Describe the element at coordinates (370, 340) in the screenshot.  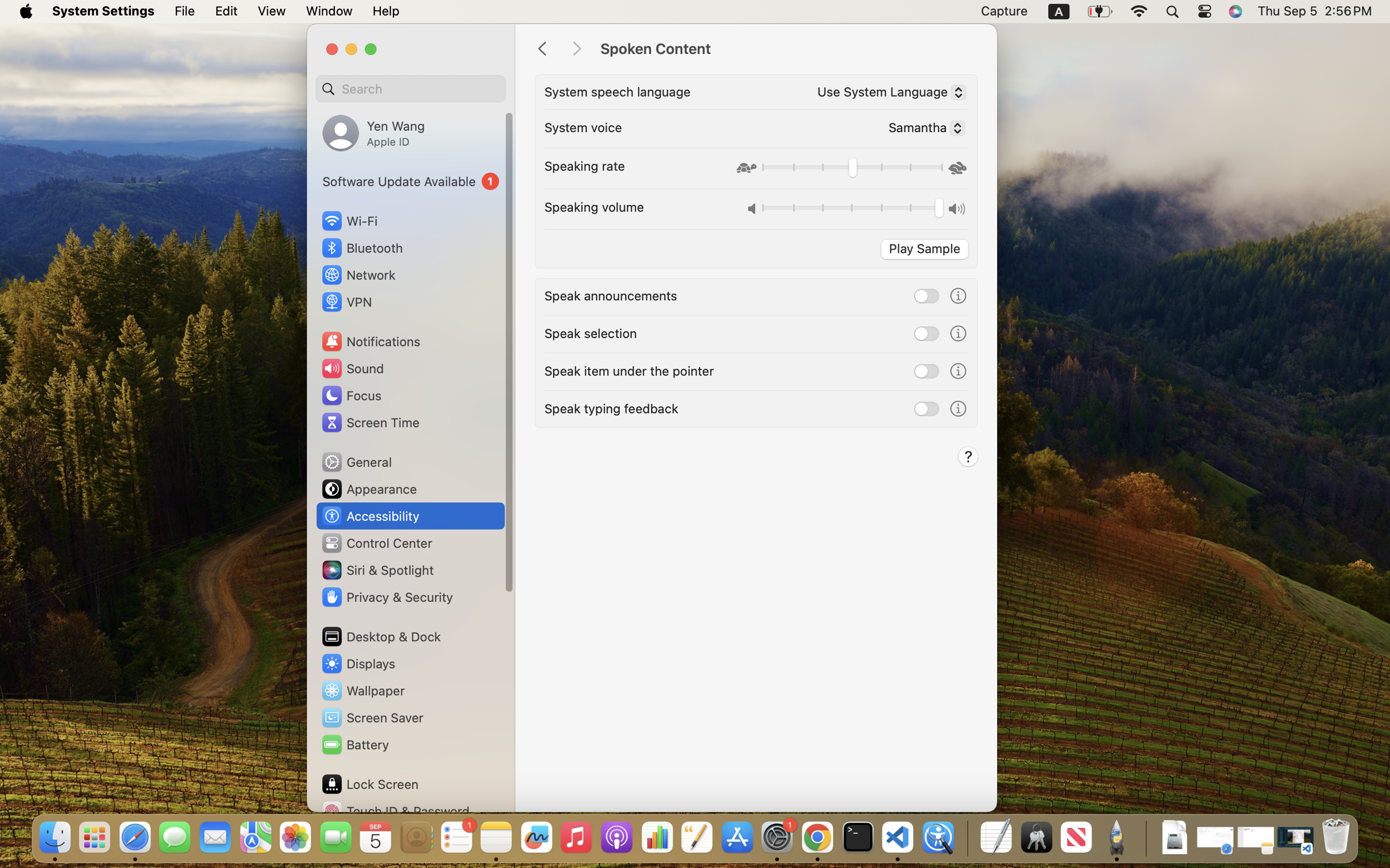
I see `'Notifications'` at that location.